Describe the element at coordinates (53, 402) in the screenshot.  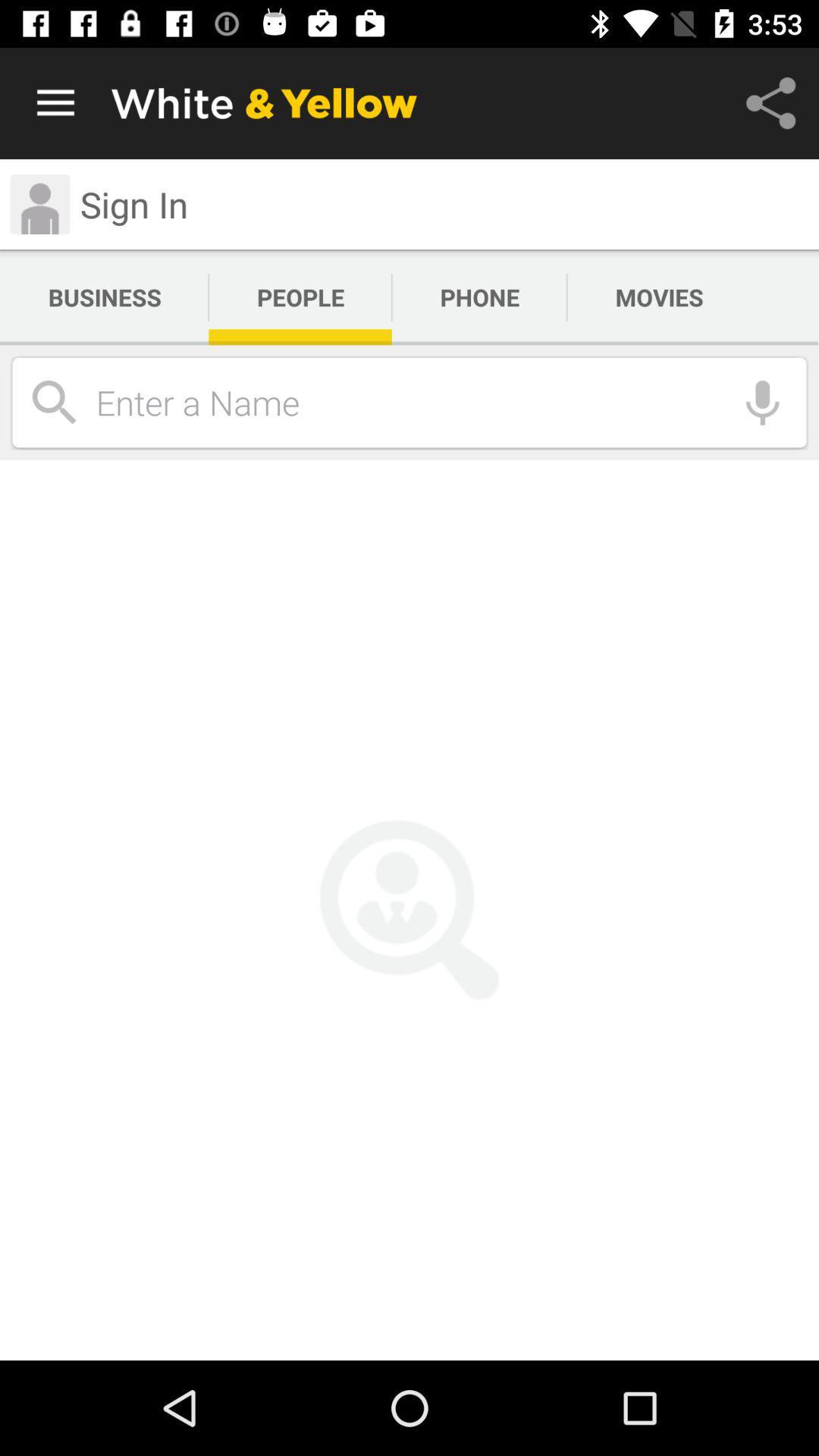
I see `the search icon` at that location.